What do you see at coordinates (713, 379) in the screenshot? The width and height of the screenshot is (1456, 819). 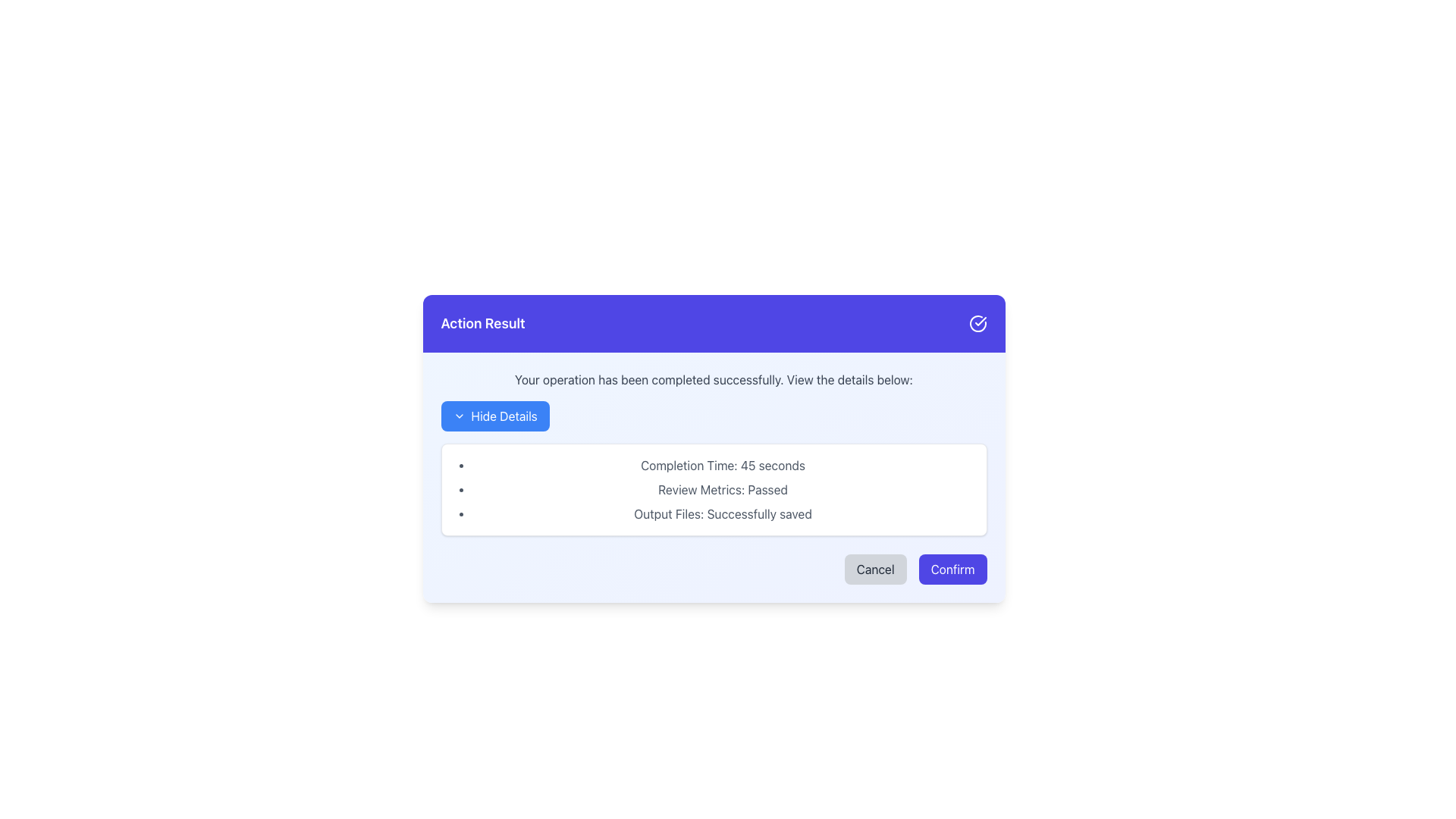 I see `static text displaying the message 'Your operation has been completed successfully. View the details below:' located at the top of the summary section in the modal overlay` at bounding box center [713, 379].